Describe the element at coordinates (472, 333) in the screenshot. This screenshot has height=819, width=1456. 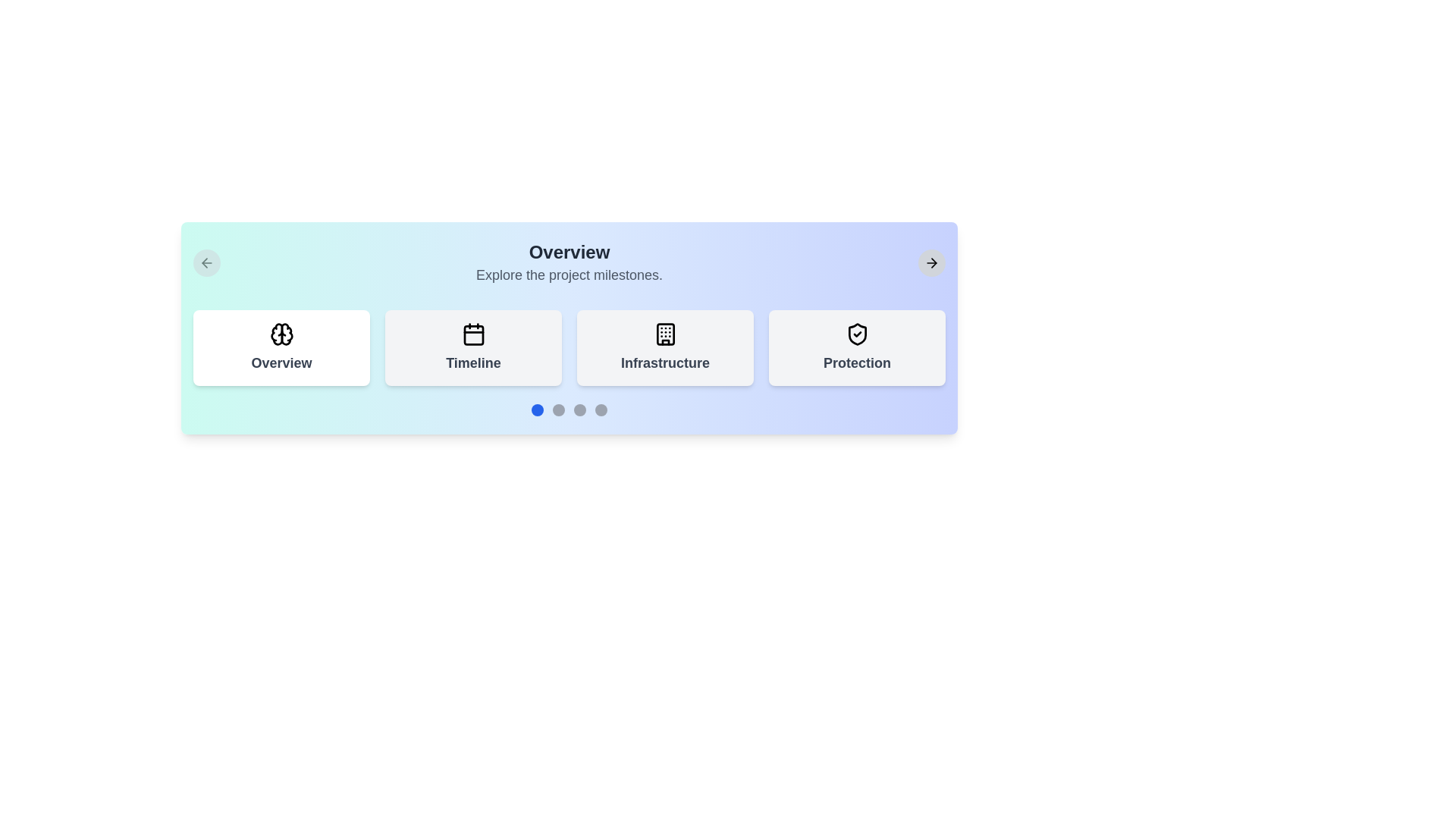
I see `the calendar icon located at the top of the 'Timeline' card, which is the second card in the horizontal list under the 'Overview' section` at that location.